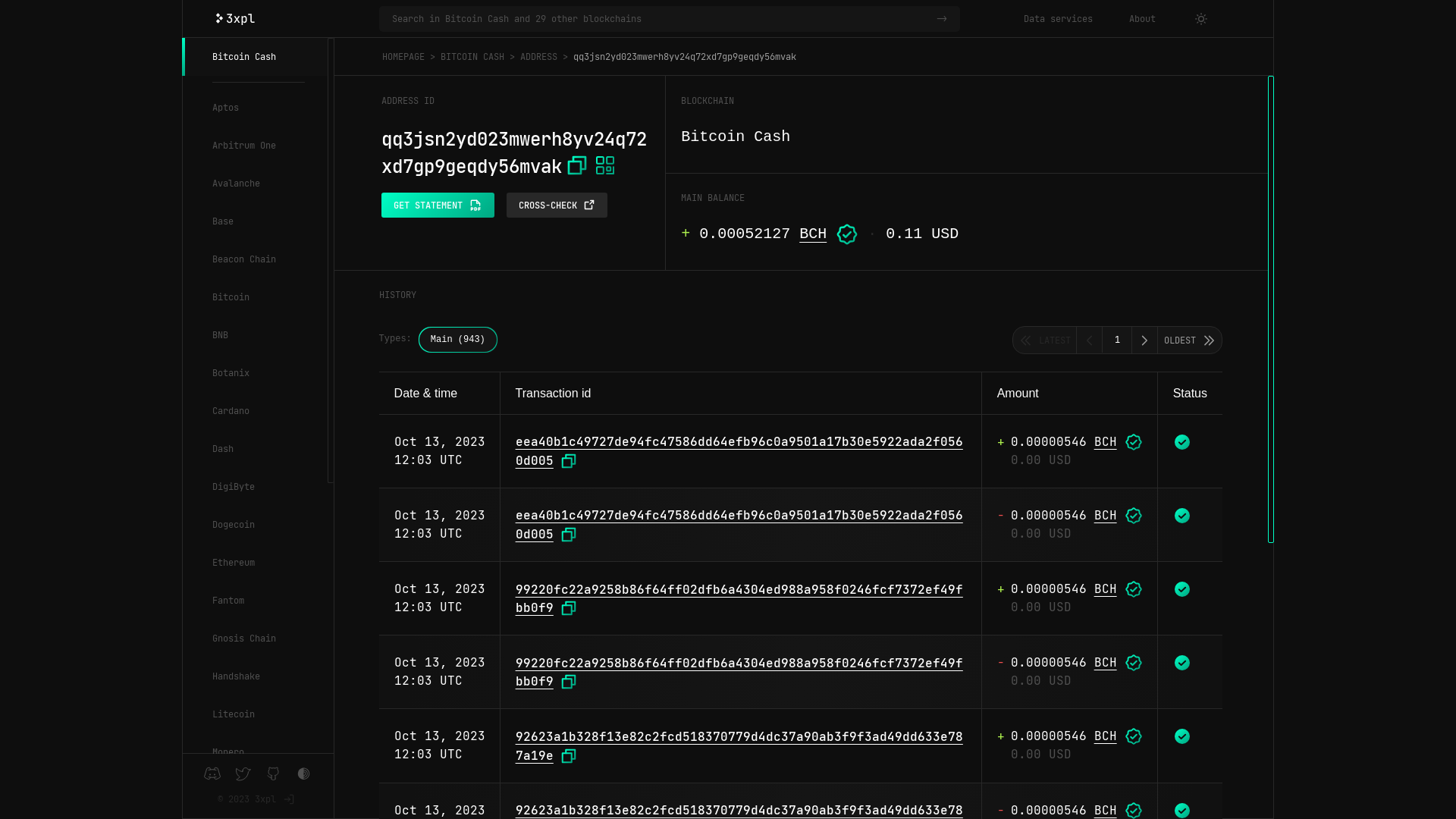 This screenshot has height=819, width=1456. What do you see at coordinates (182, 523) in the screenshot?
I see `'Dogecoin'` at bounding box center [182, 523].